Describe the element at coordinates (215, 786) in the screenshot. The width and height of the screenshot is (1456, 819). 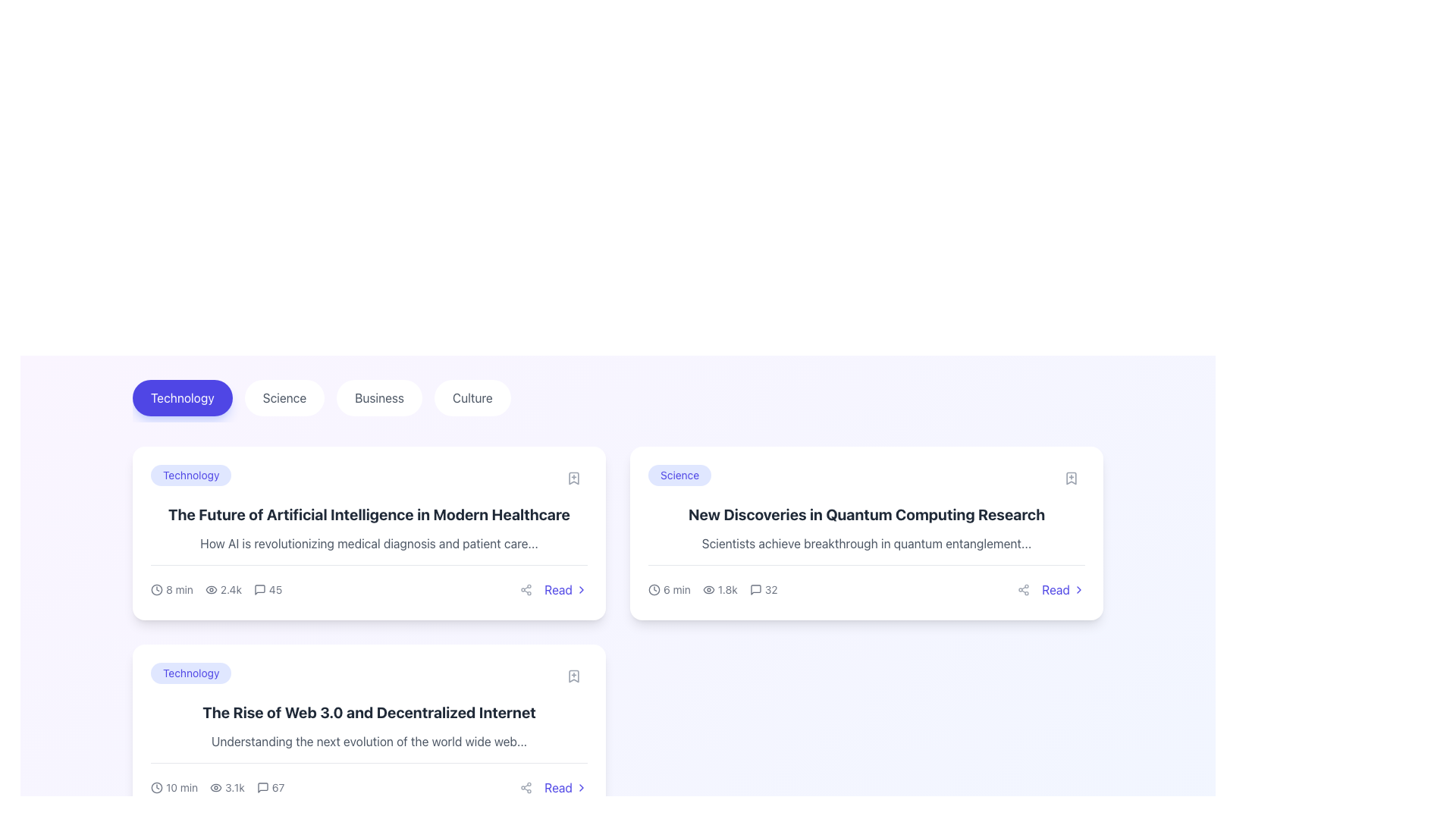
I see `the eye icon representing views, which is the leftmost element in the view count display next to '3.1k', located below the article titled 'The Rise of Web 3.0 and Decentralized Internet'` at that location.